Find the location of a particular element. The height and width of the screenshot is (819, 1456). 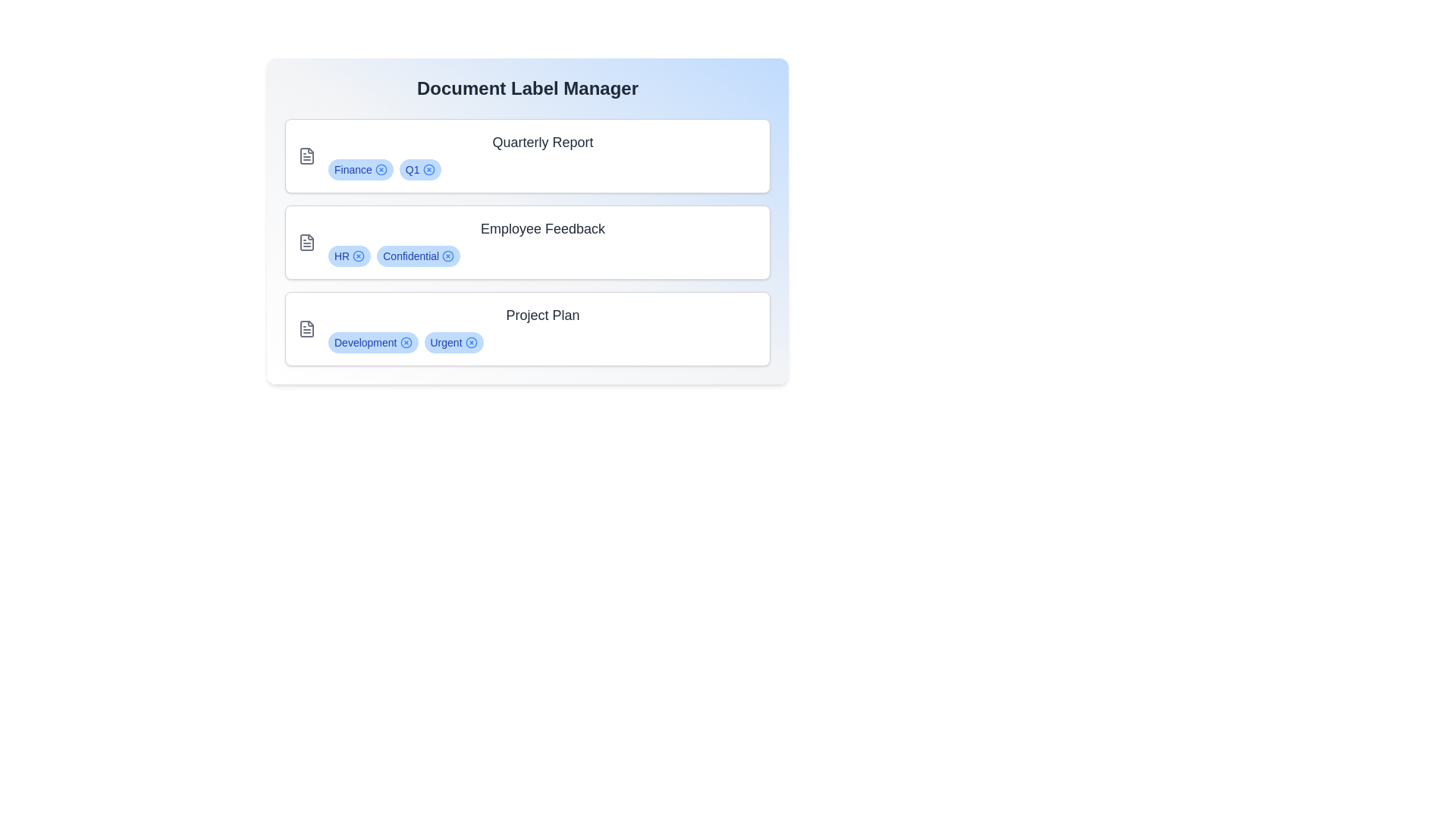

the label Development from the document Project Plan is located at coordinates (405, 342).